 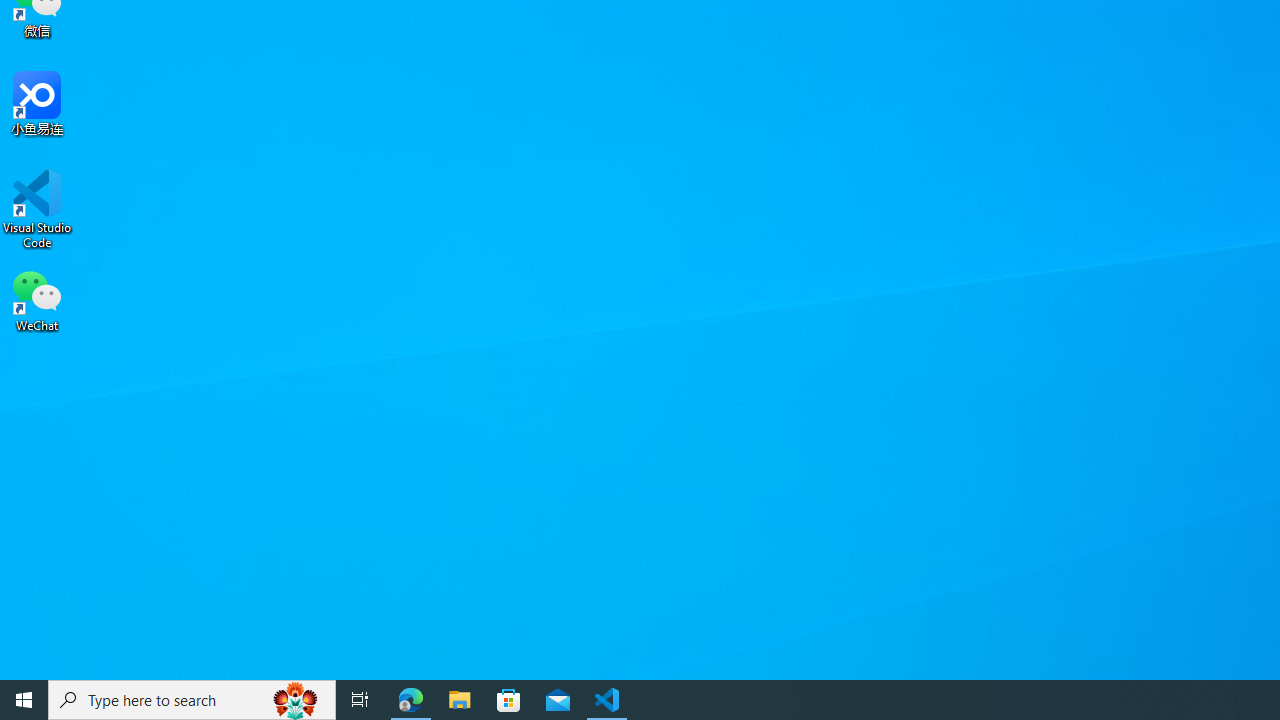 I want to click on 'Task View', so click(x=359, y=698).